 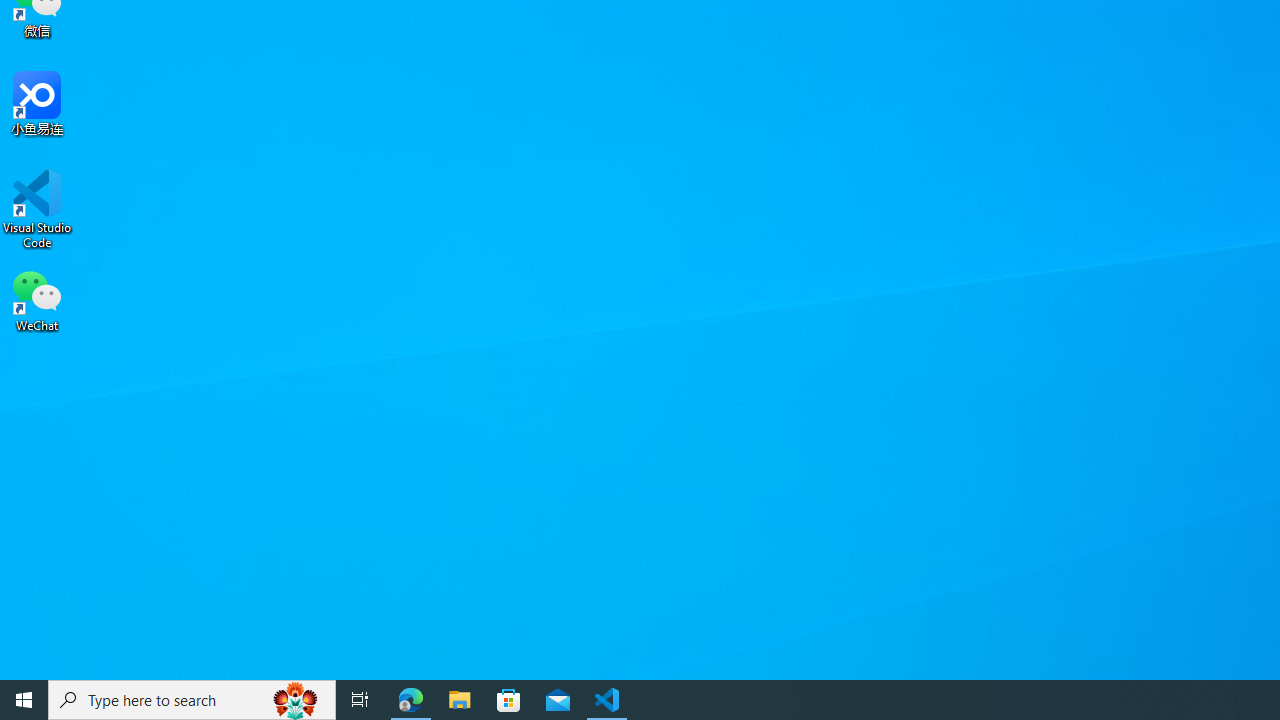 I want to click on 'Task View', so click(x=359, y=698).